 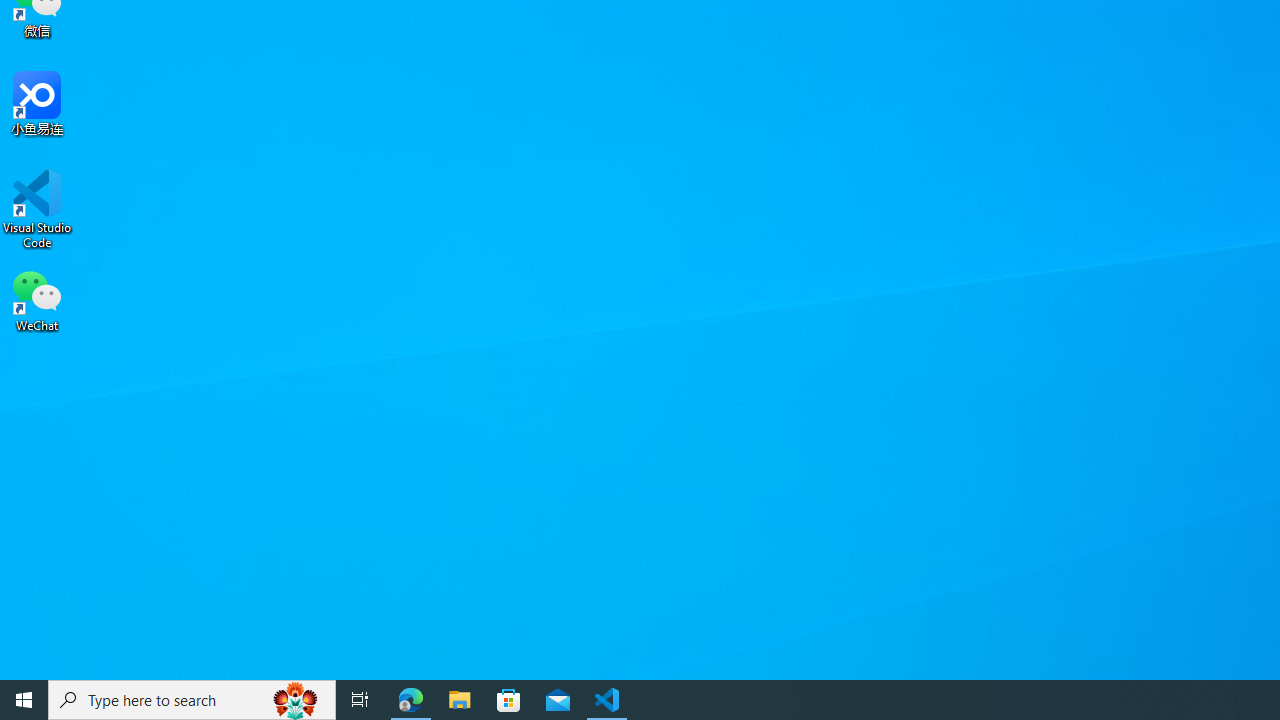 I want to click on 'Task View', so click(x=359, y=698).